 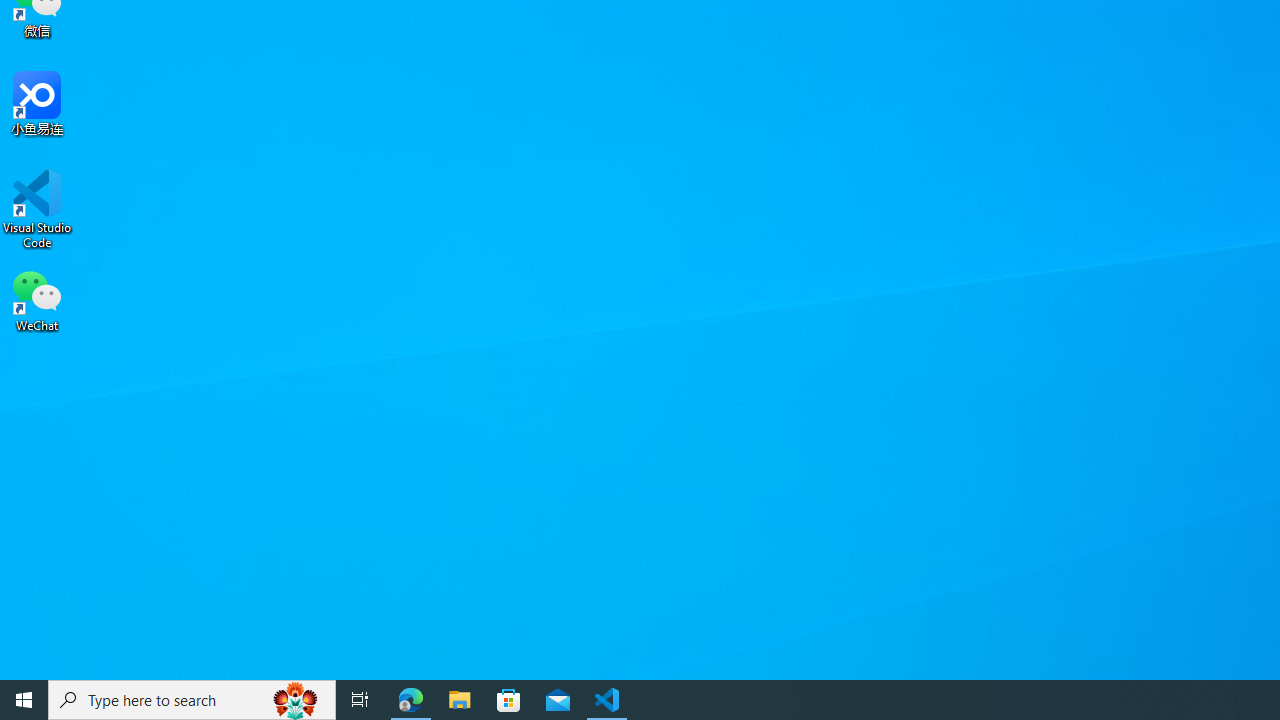 I want to click on 'Task View', so click(x=359, y=698).